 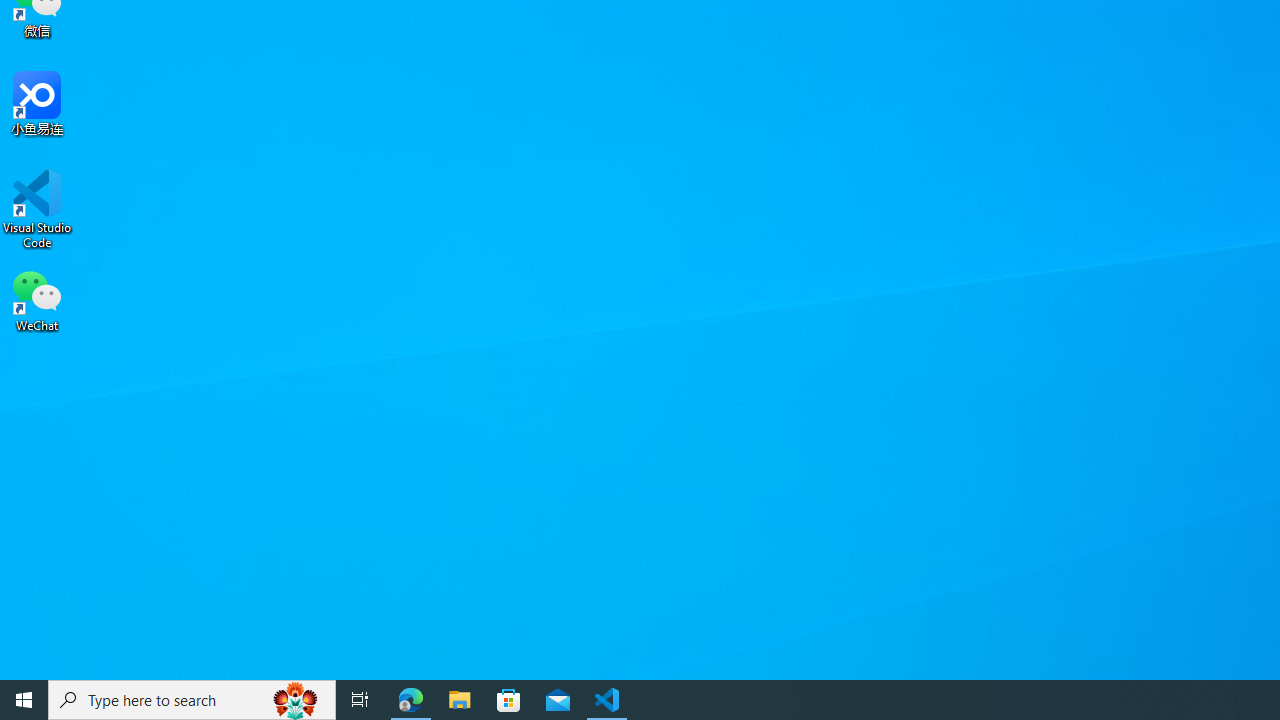 I want to click on 'Task View', so click(x=359, y=698).